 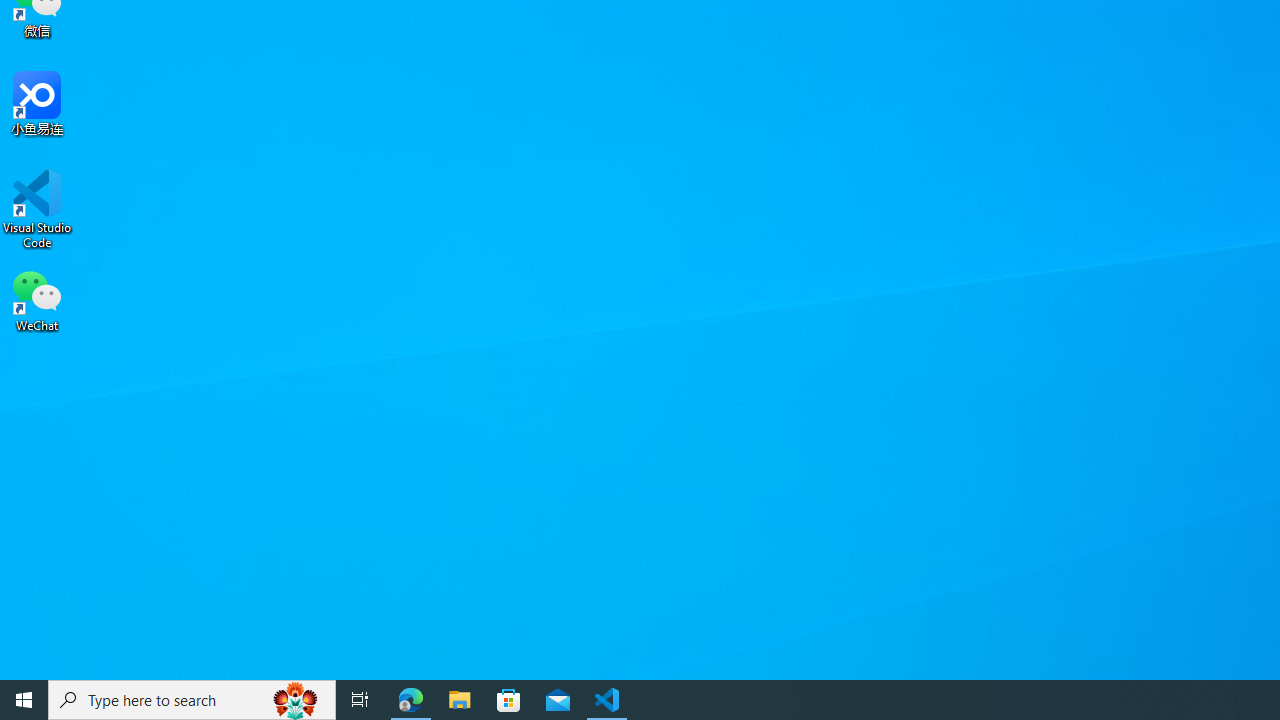 I want to click on 'Task View', so click(x=359, y=698).